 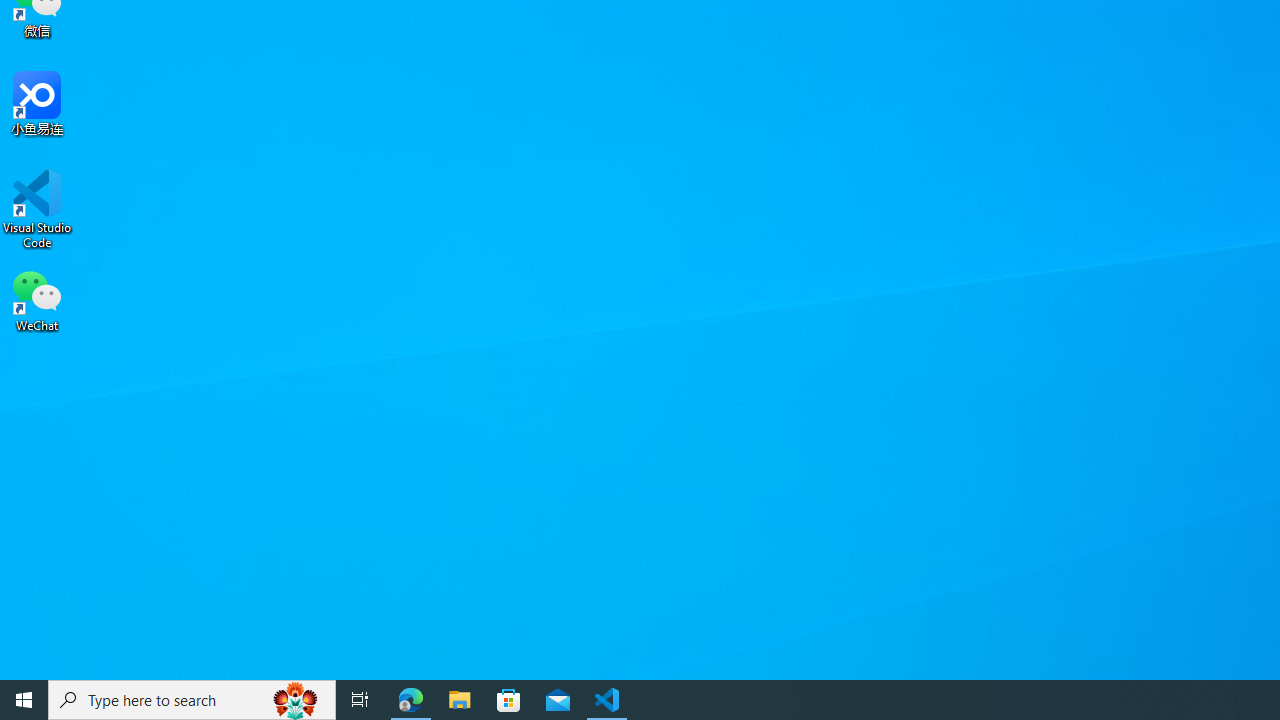 I want to click on 'Task View', so click(x=359, y=698).